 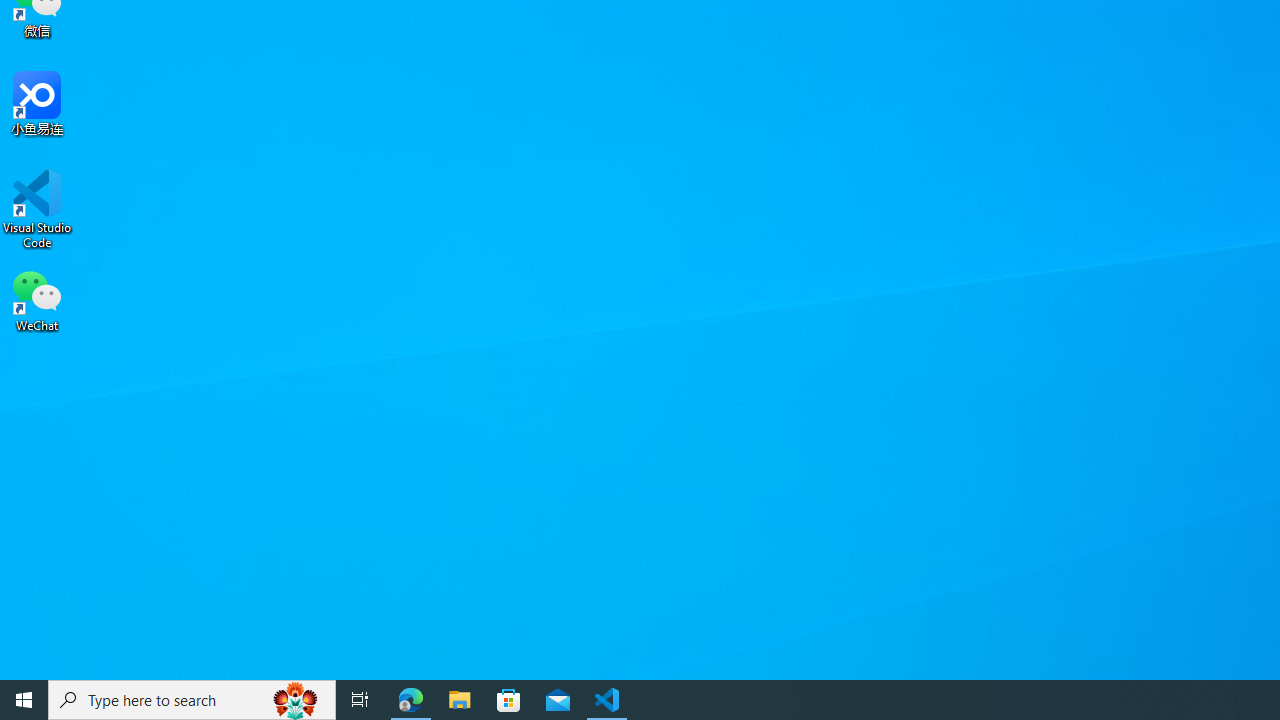 I want to click on 'Task View', so click(x=359, y=698).